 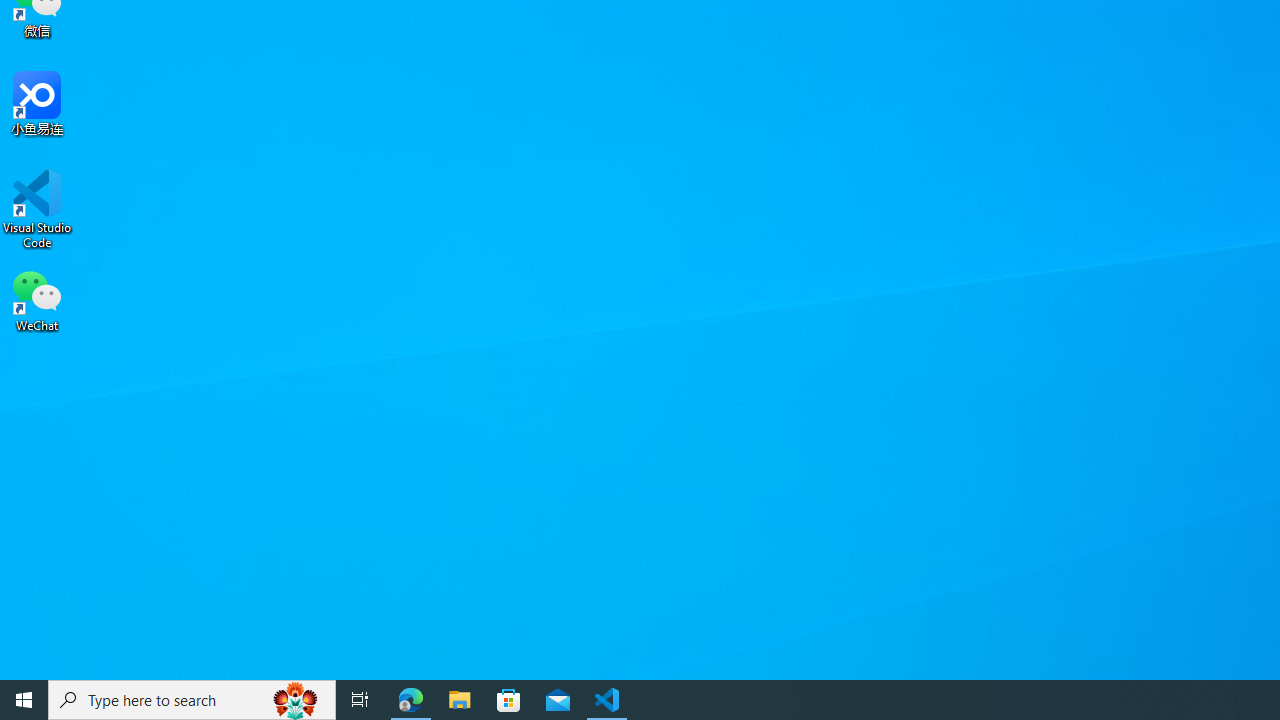 I want to click on 'Task View', so click(x=359, y=698).